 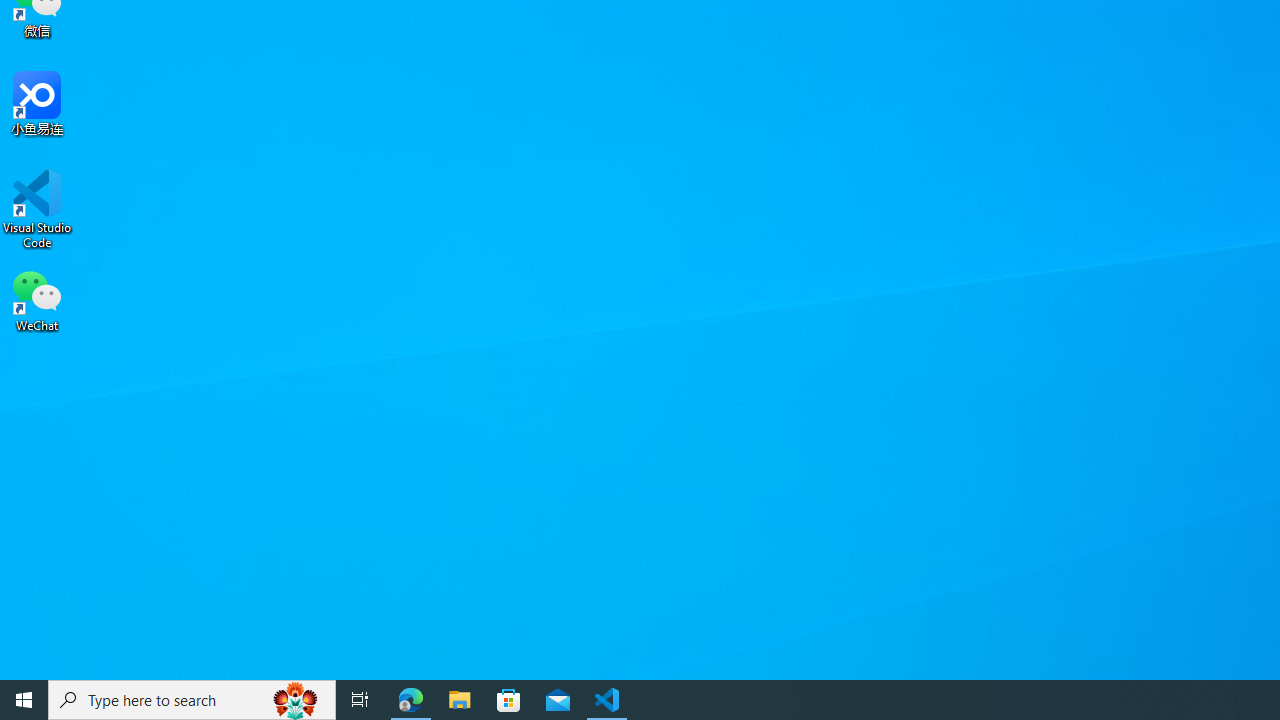 I want to click on 'Task View', so click(x=359, y=698).